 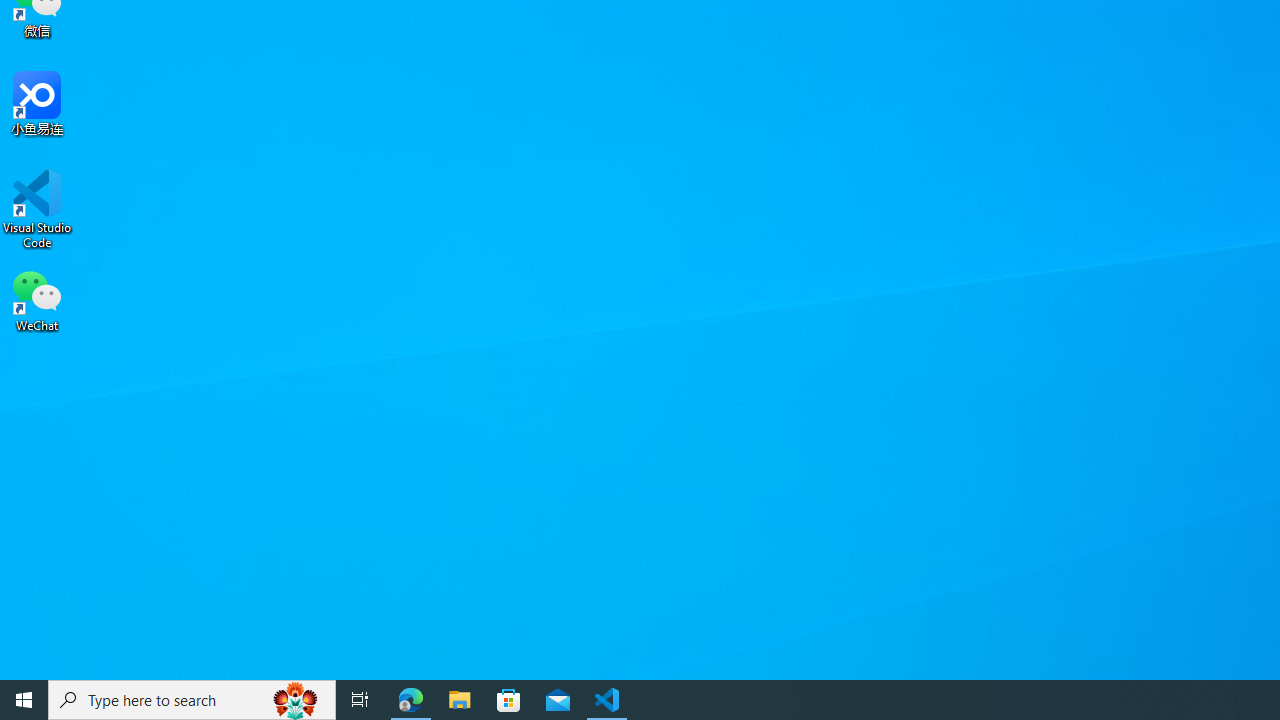 I want to click on 'Task View', so click(x=359, y=698).